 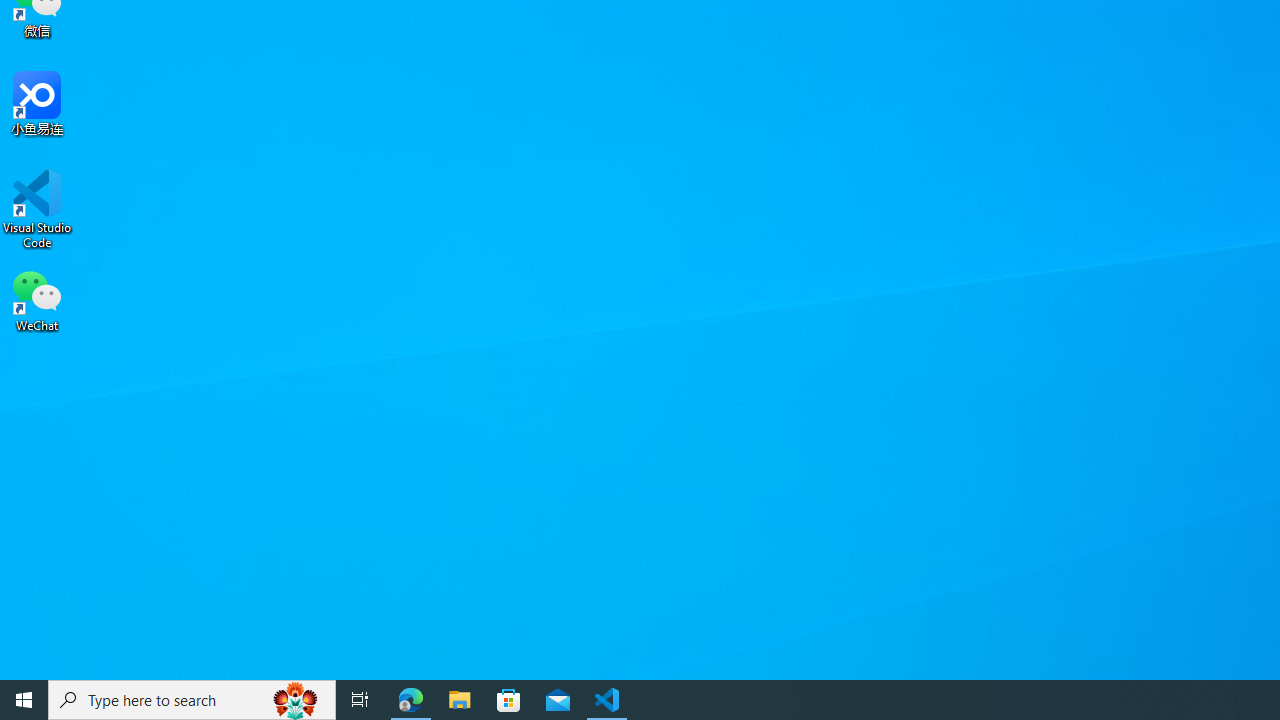 I want to click on 'Task View', so click(x=359, y=698).